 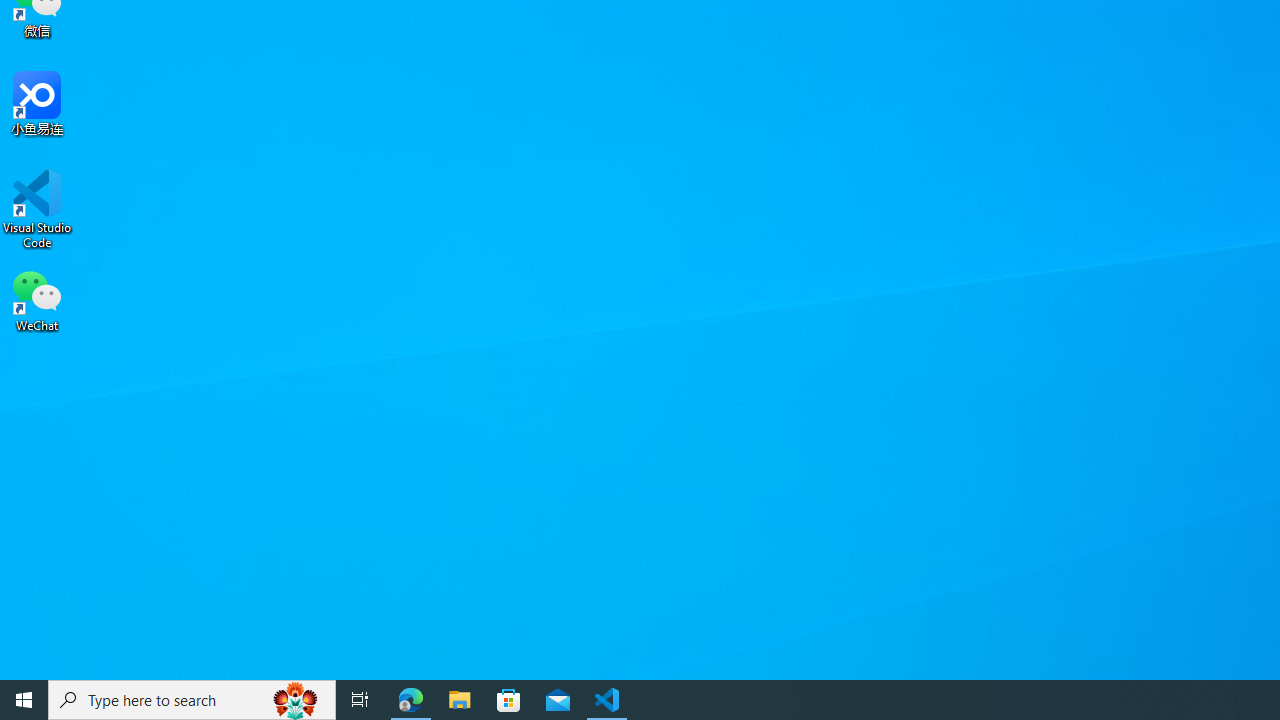 I want to click on 'Task View', so click(x=359, y=698).